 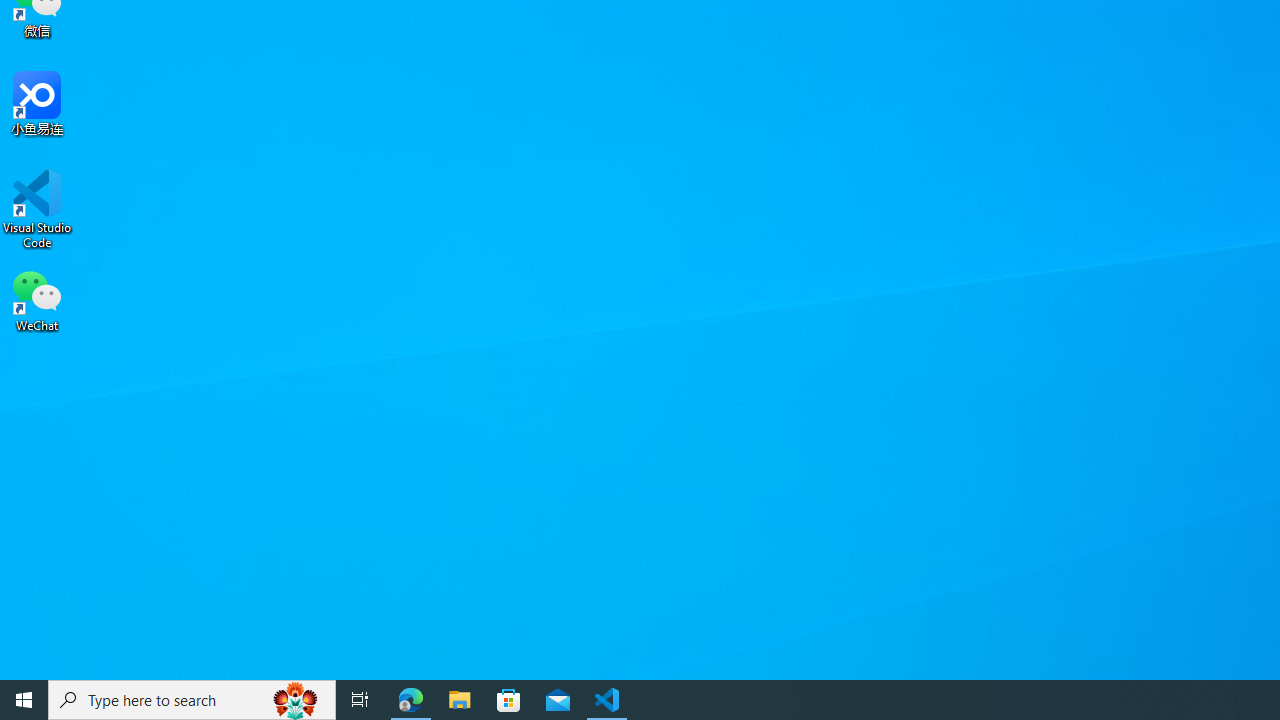 I want to click on 'Task View', so click(x=359, y=698).